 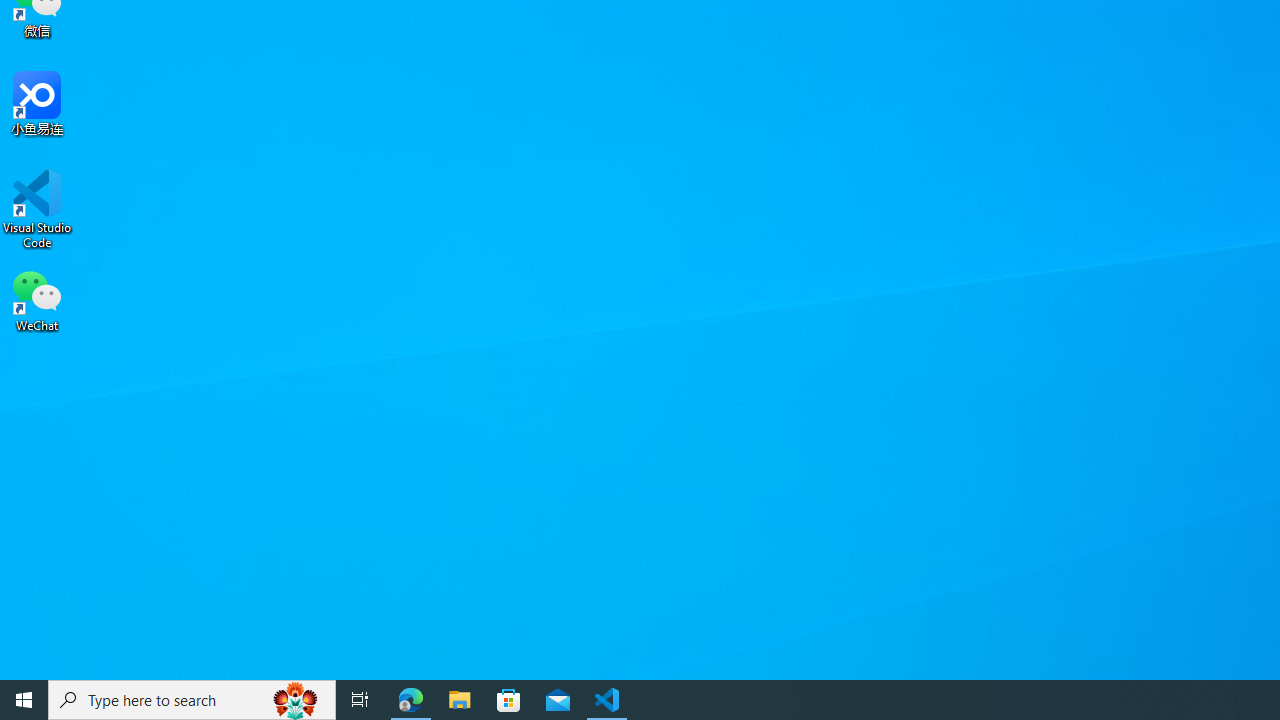 I want to click on 'Task View', so click(x=359, y=698).